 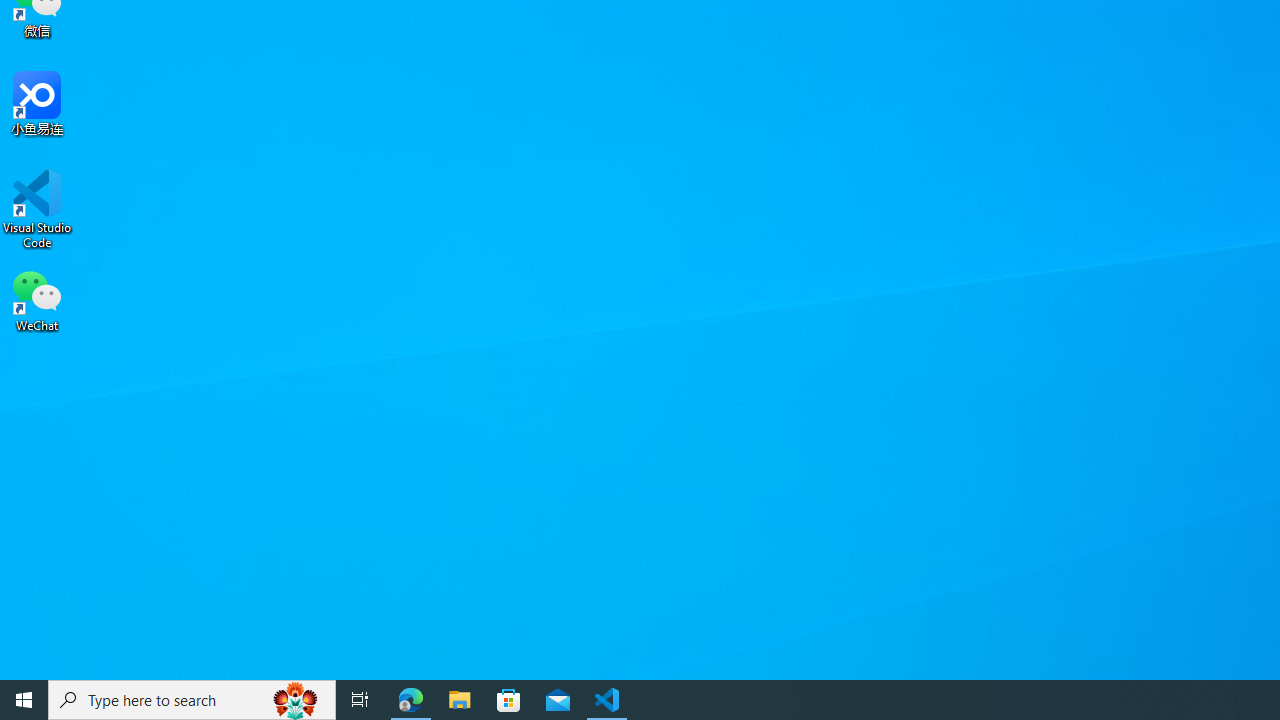 I want to click on 'Task View', so click(x=359, y=698).